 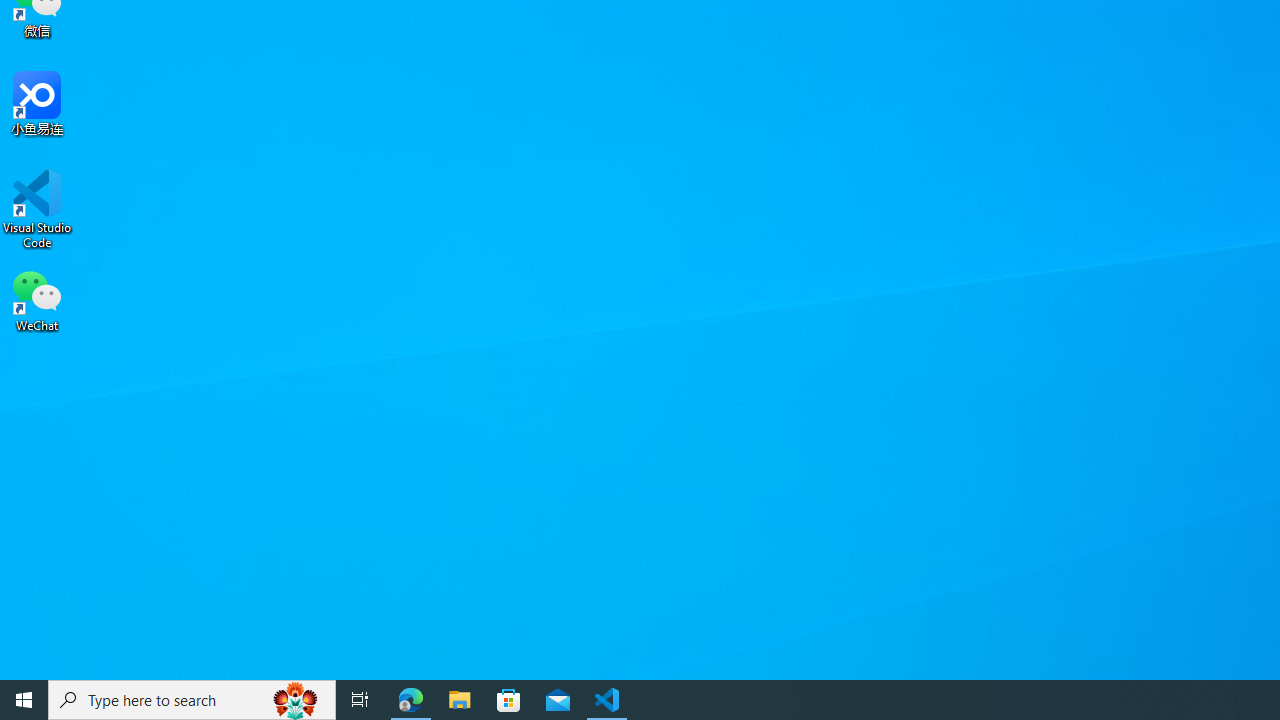 I want to click on 'Task View', so click(x=359, y=698).